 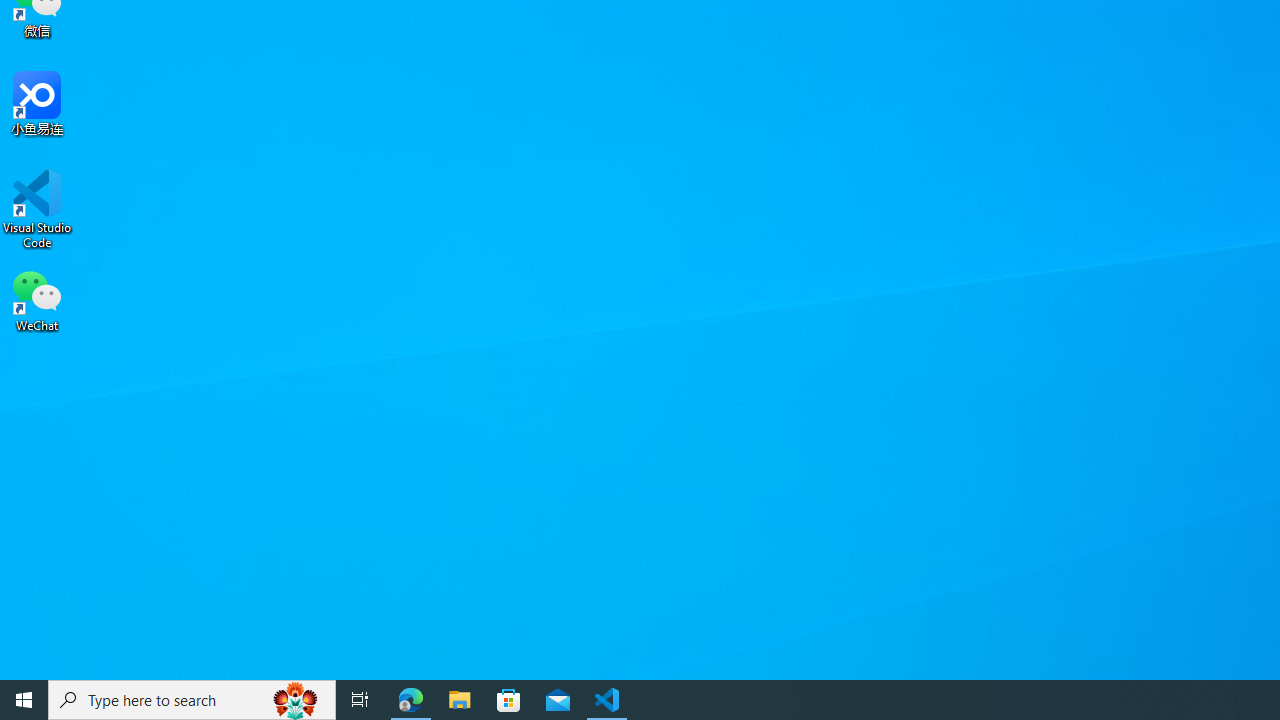 I want to click on 'Task View', so click(x=359, y=698).